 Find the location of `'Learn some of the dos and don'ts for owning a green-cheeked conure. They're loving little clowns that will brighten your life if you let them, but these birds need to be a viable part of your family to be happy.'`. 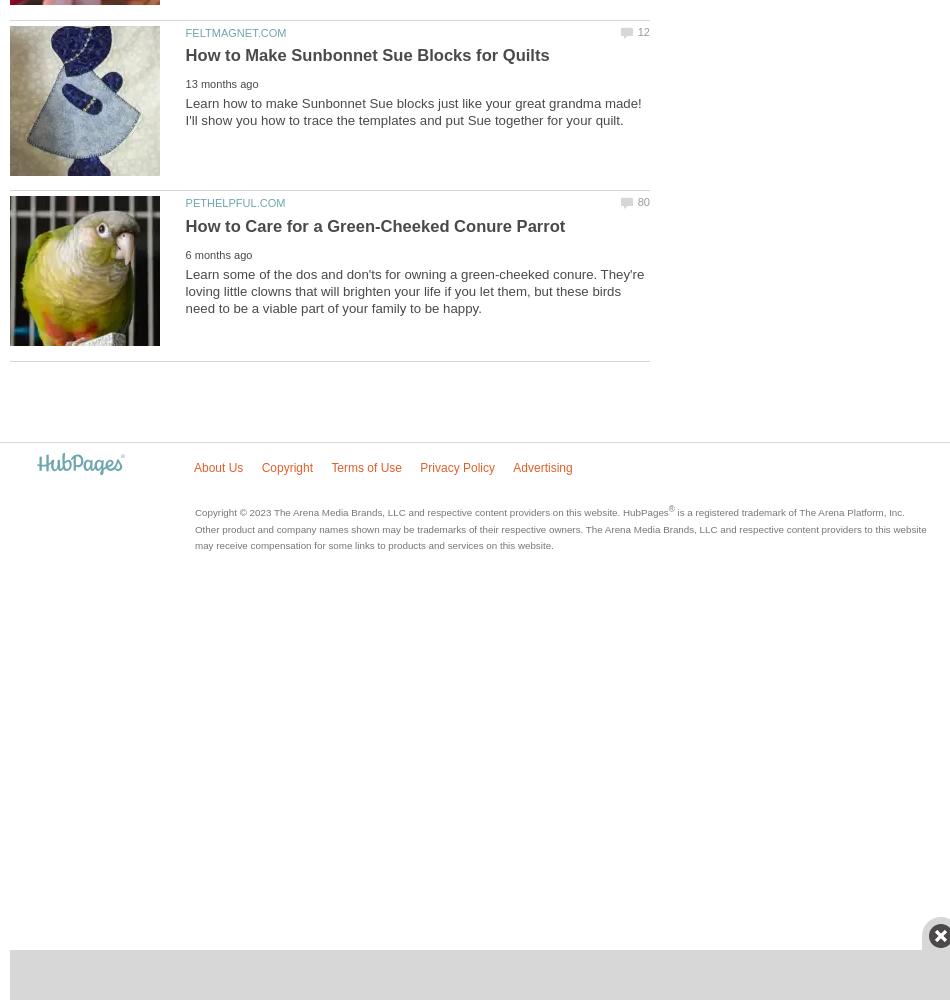

'Learn some of the dos and don'ts for owning a green-cheeked conure. They're loving little clowns that will brighten your life if you let them, but these birds need to be a viable part of your family to be happy.' is located at coordinates (413, 291).